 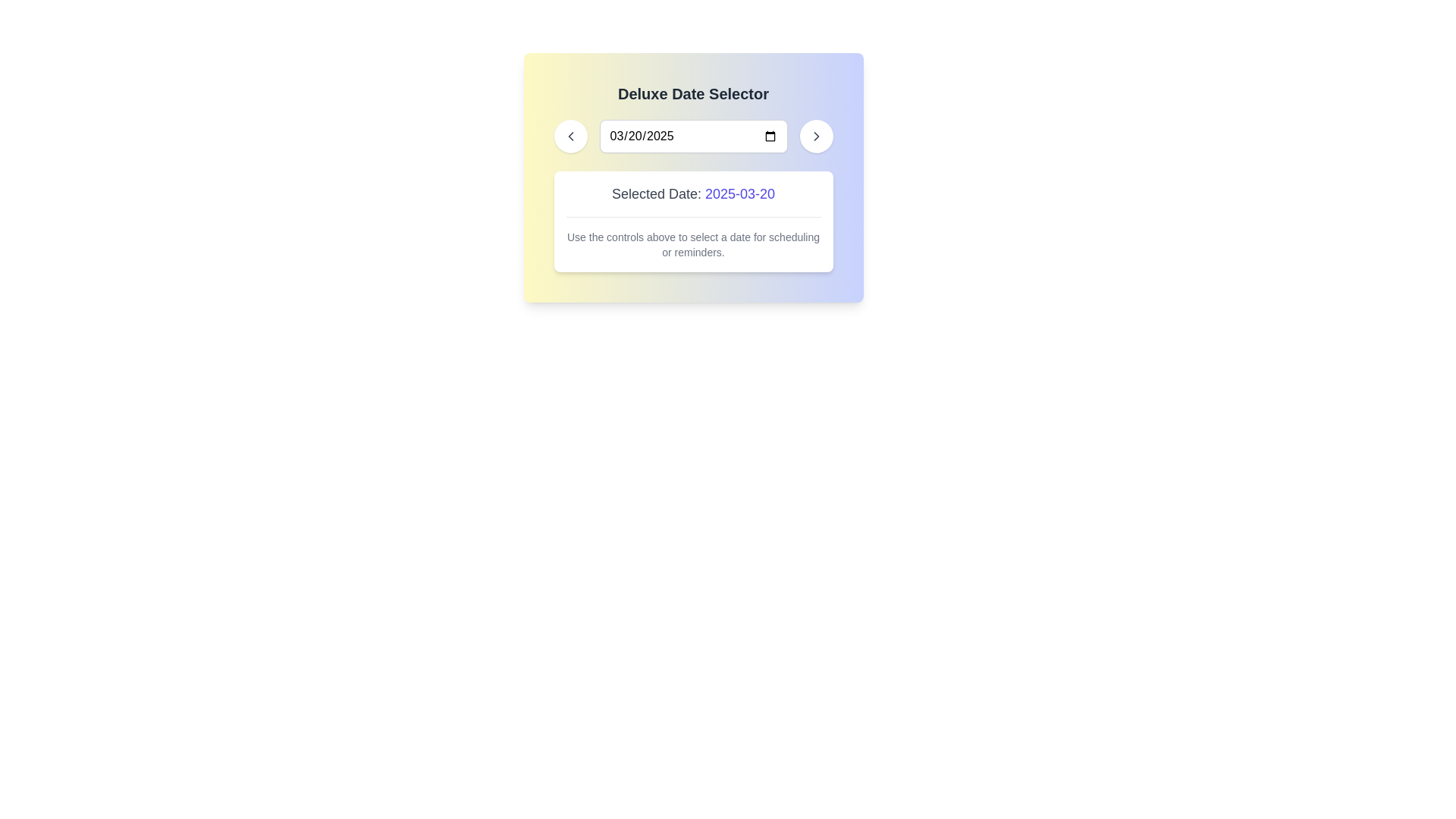 What do you see at coordinates (815, 136) in the screenshot?
I see `the navigation icon located within the circular button at the top right of the interface` at bounding box center [815, 136].